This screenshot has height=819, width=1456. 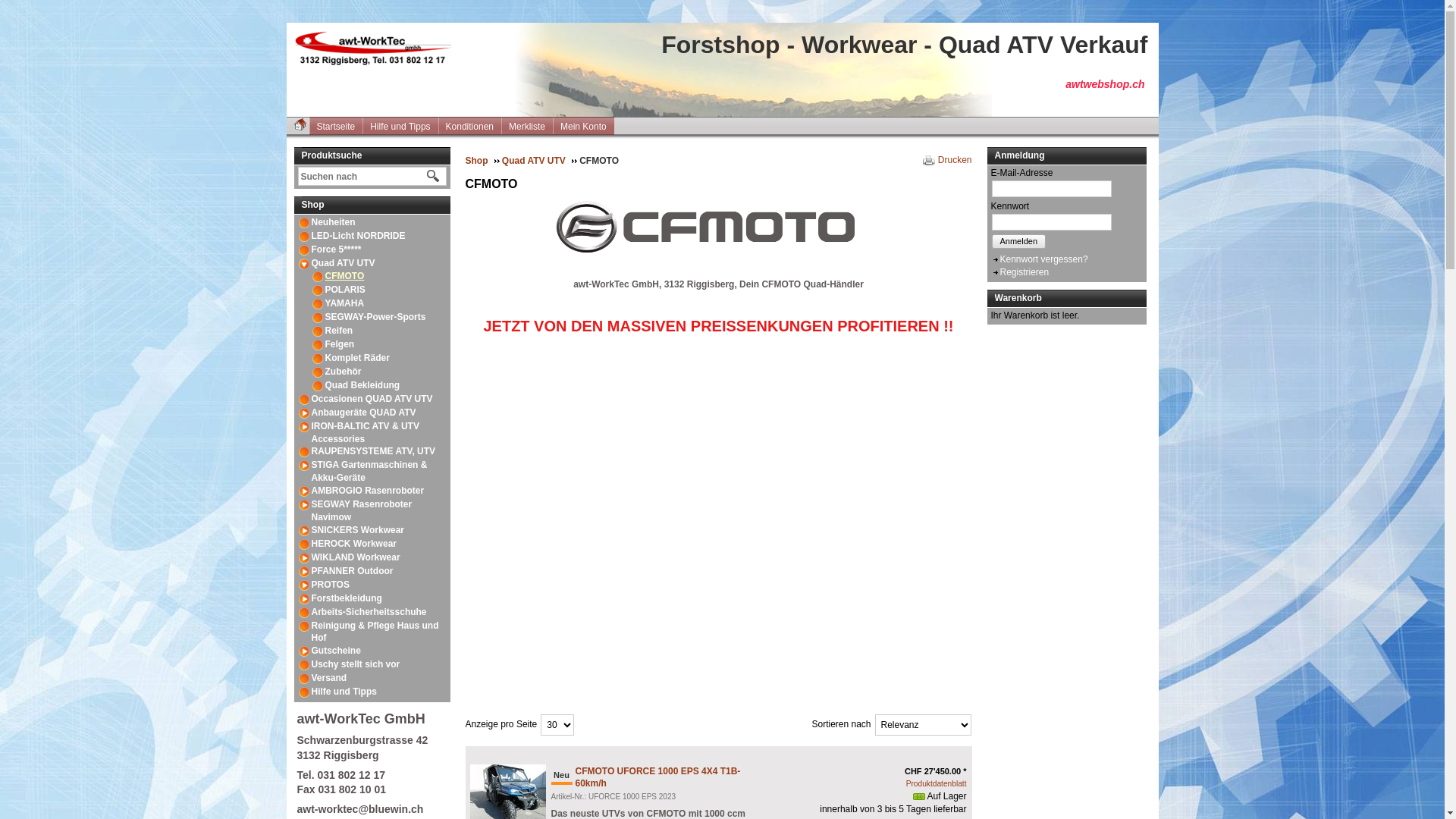 What do you see at coordinates (355, 663) in the screenshot?
I see `'Uschy stellt sich vor'` at bounding box center [355, 663].